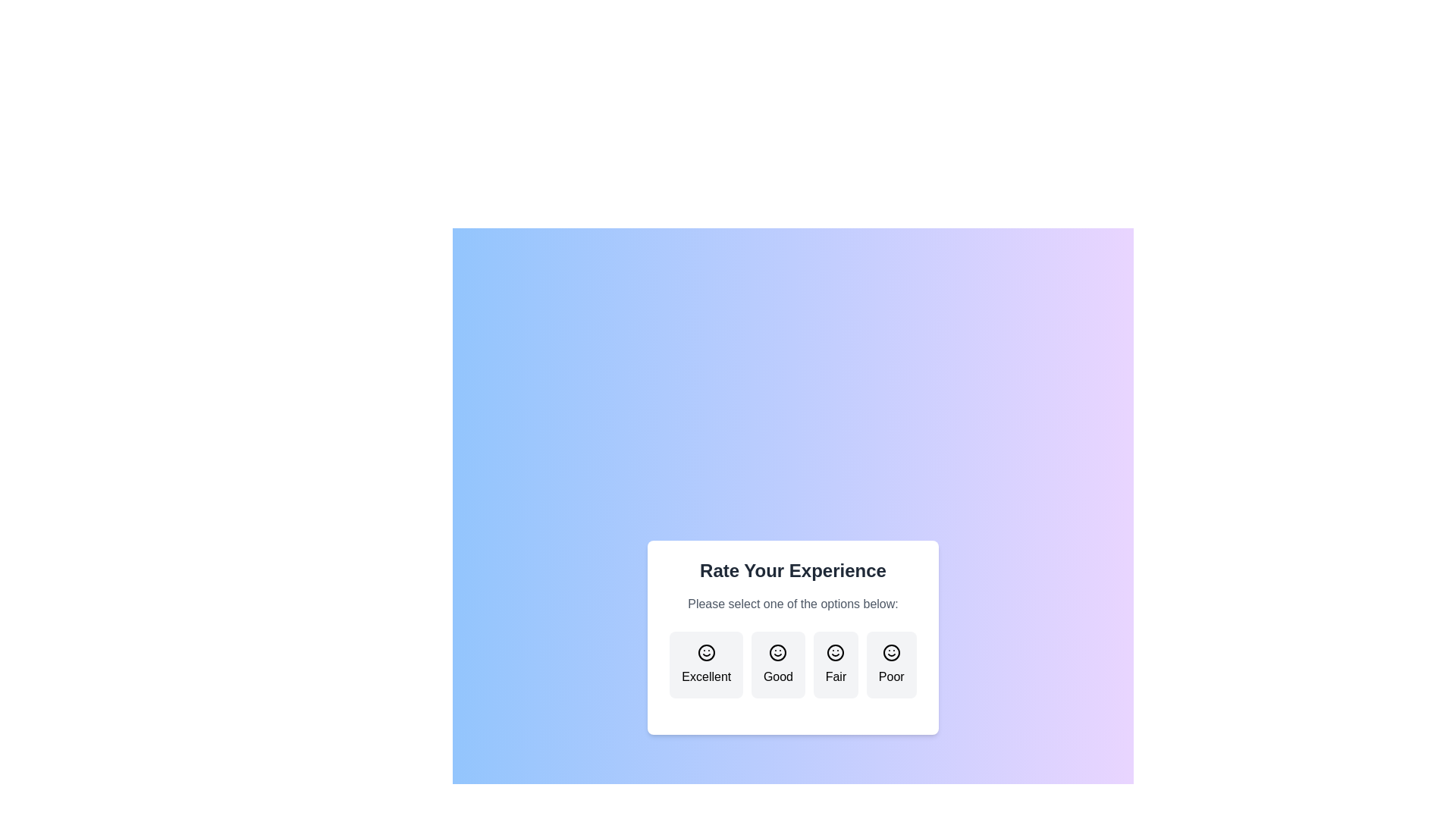 Image resolution: width=1456 pixels, height=819 pixels. I want to click on the 'Good' rating button, so click(792, 637).